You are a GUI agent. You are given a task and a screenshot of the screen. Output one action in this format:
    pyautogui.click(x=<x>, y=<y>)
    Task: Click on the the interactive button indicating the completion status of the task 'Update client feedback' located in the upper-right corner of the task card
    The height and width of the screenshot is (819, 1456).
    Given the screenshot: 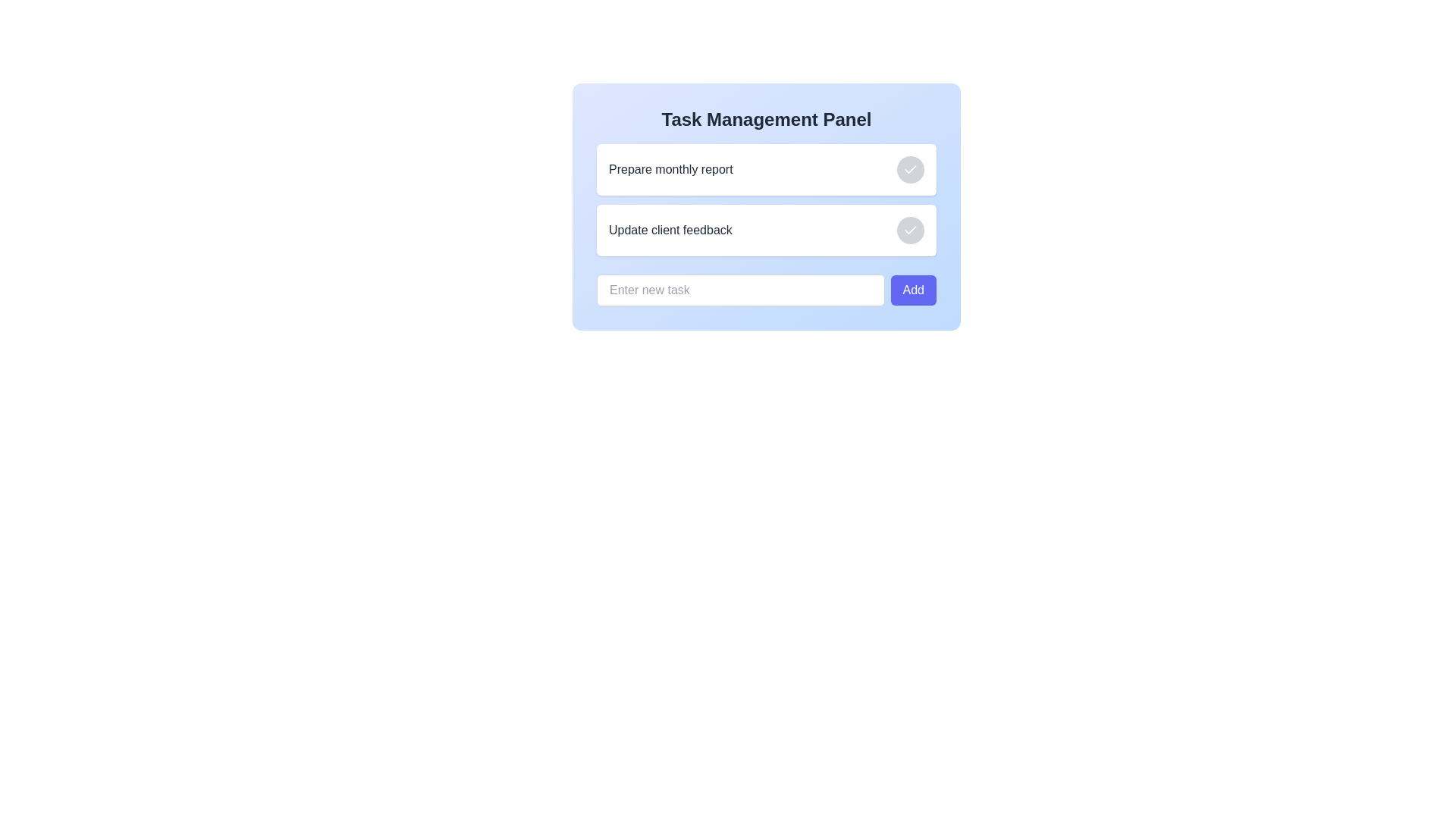 What is the action you would take?
    pyautogui.click(x=910, y=231)
    